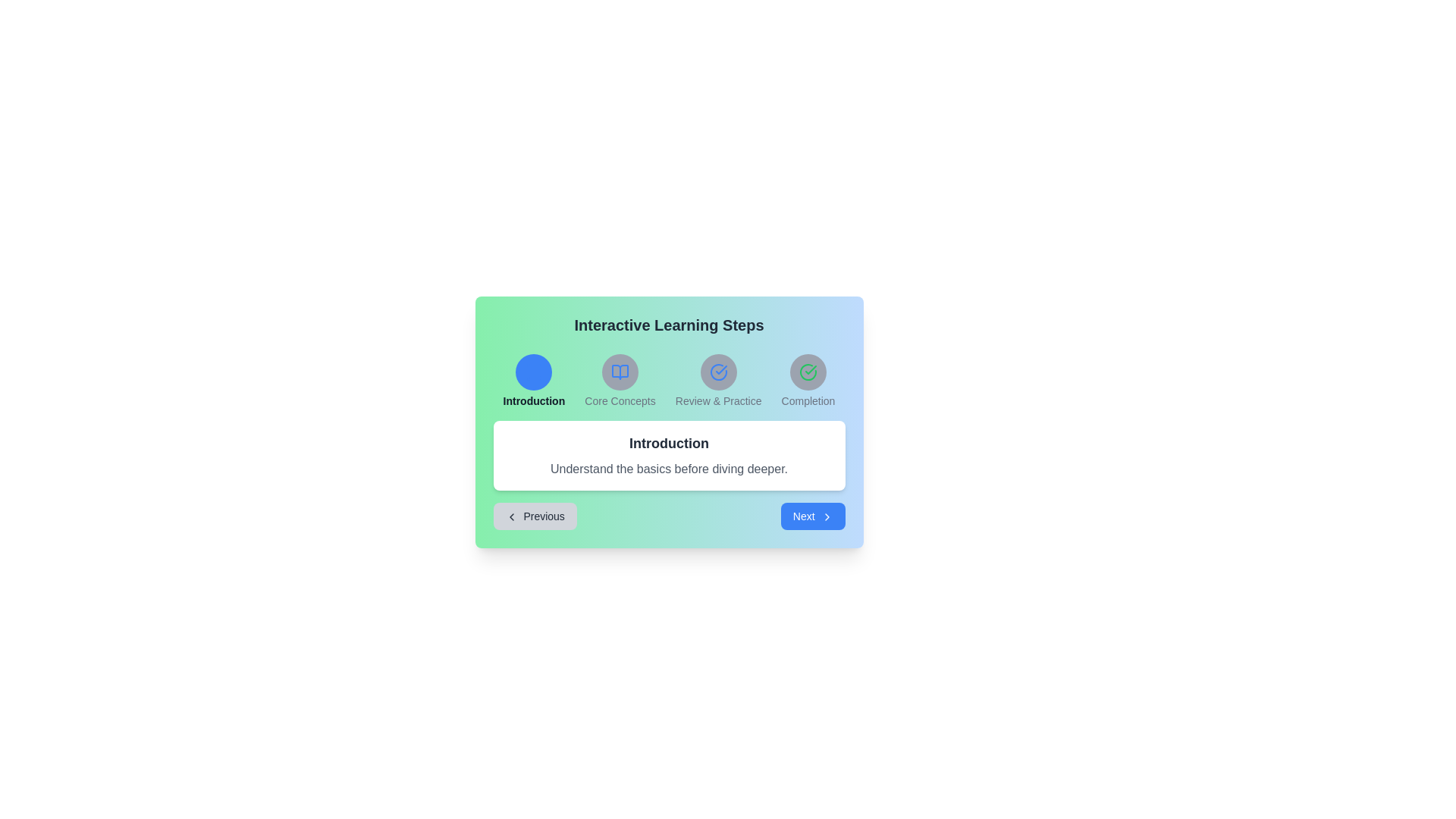  Describe the element at coordinates (668, 380) in the screenshot. I see `labels of the Progress Indicator with Labels to understand the stages of the learning process` at that location.